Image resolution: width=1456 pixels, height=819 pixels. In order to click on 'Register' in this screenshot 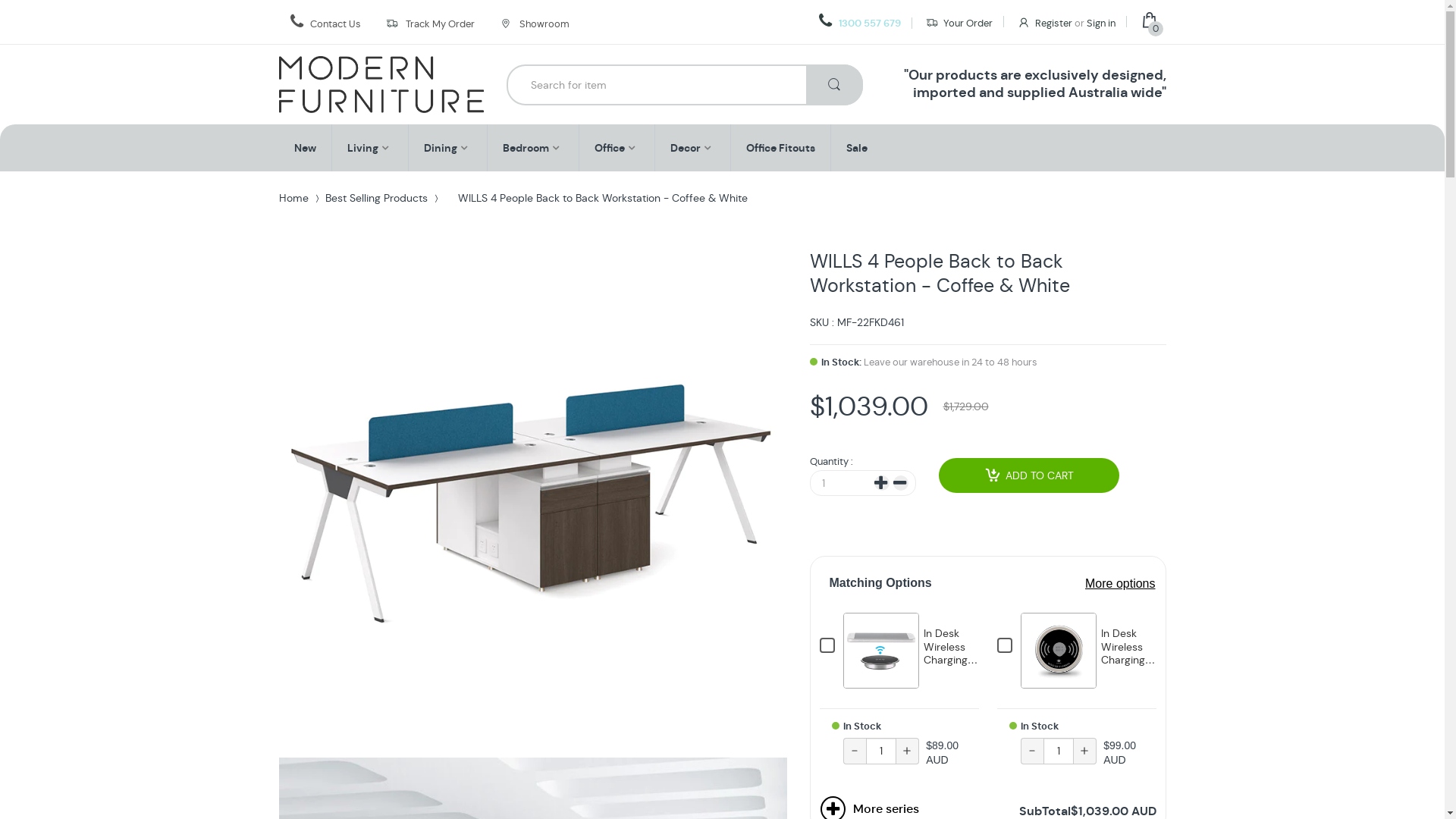, I will do `click(1043, 22)`.